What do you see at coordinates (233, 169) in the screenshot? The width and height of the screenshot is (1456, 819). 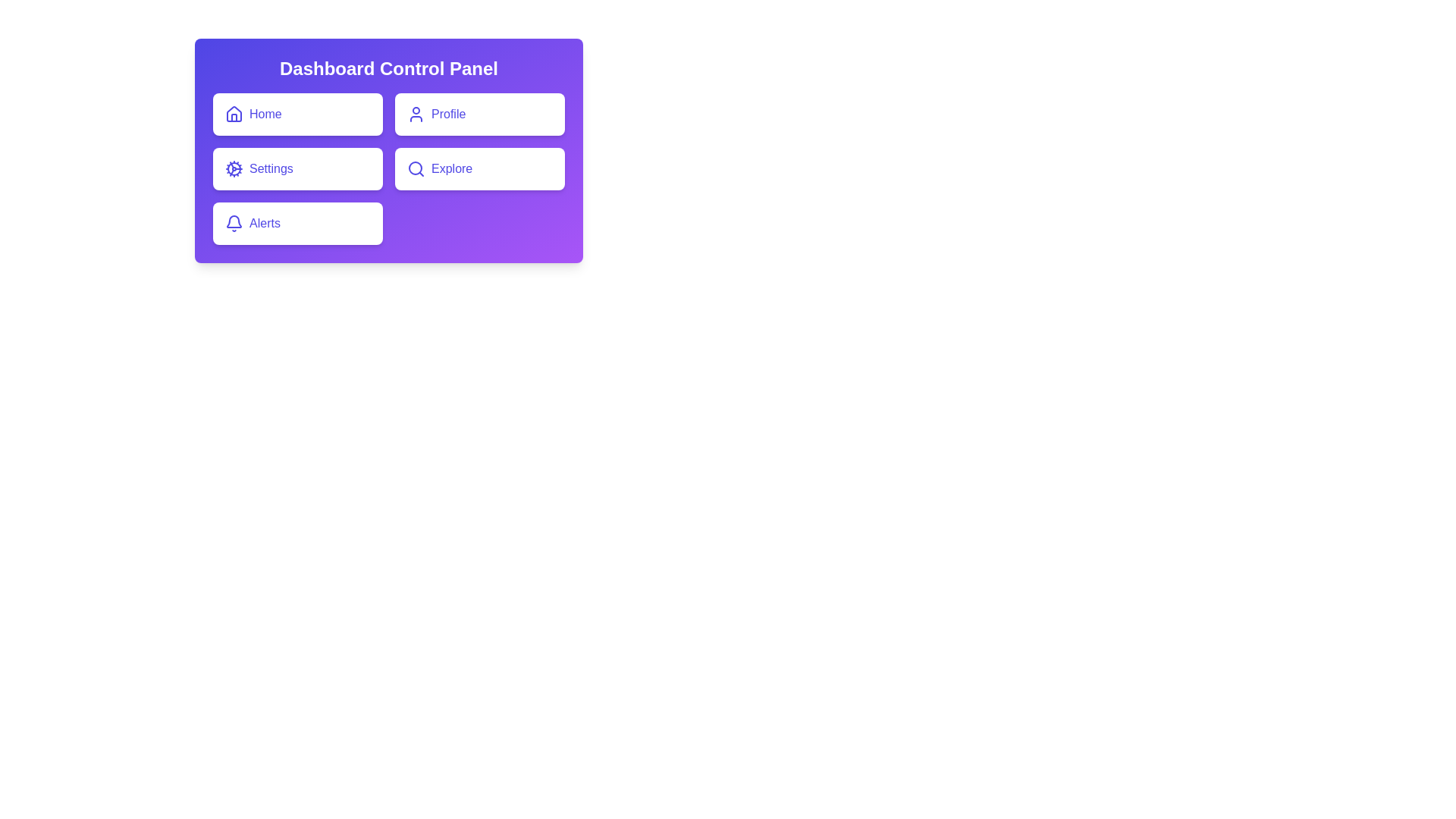 I see `the visual representation of the gear icon, which is the second button from the top left in the interface, adjacent to the 'Settings' text label under the 'Dashboard Control Panel' header` at bounding box center [233, 169].